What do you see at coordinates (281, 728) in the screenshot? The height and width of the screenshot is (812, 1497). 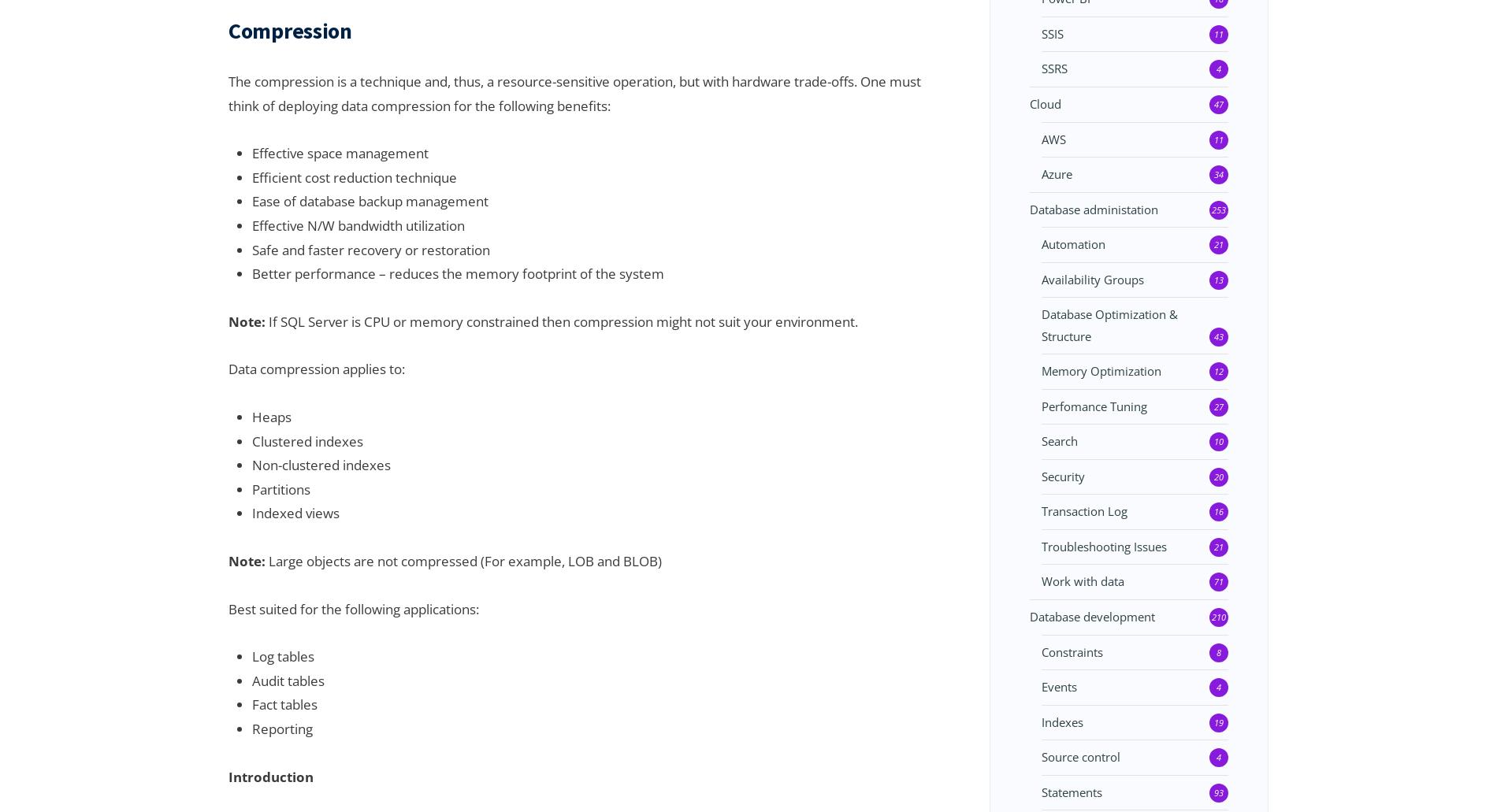 I see `'Reporting'` at bounding box center [281, 728].